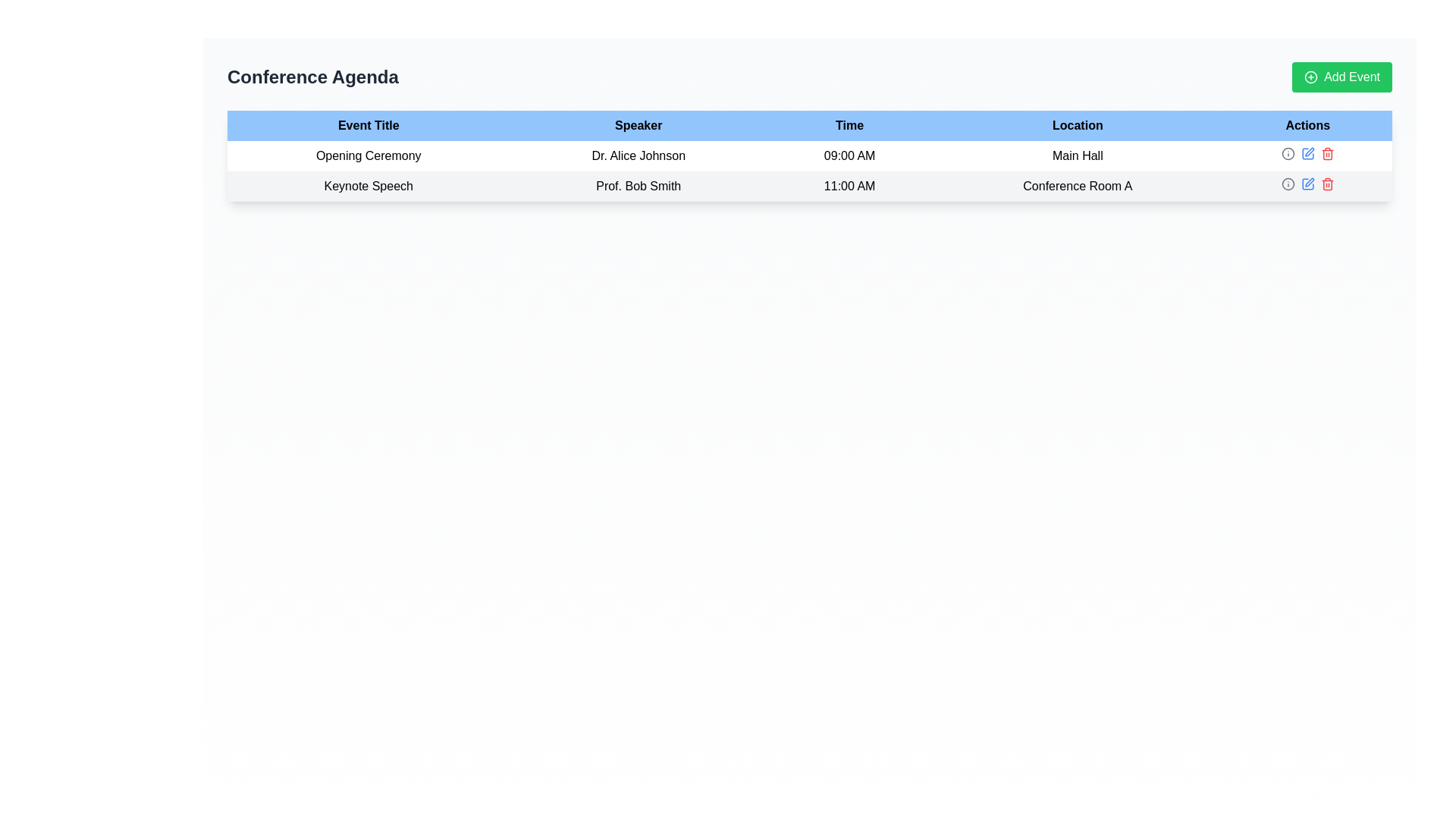 The width and height of the screenshot is (1456, 819). I want to click on the 'Actions' table header, which is a rectangular cell with bold, black text on a blue background, located at the top right corner of the table, so click(1307, 124).